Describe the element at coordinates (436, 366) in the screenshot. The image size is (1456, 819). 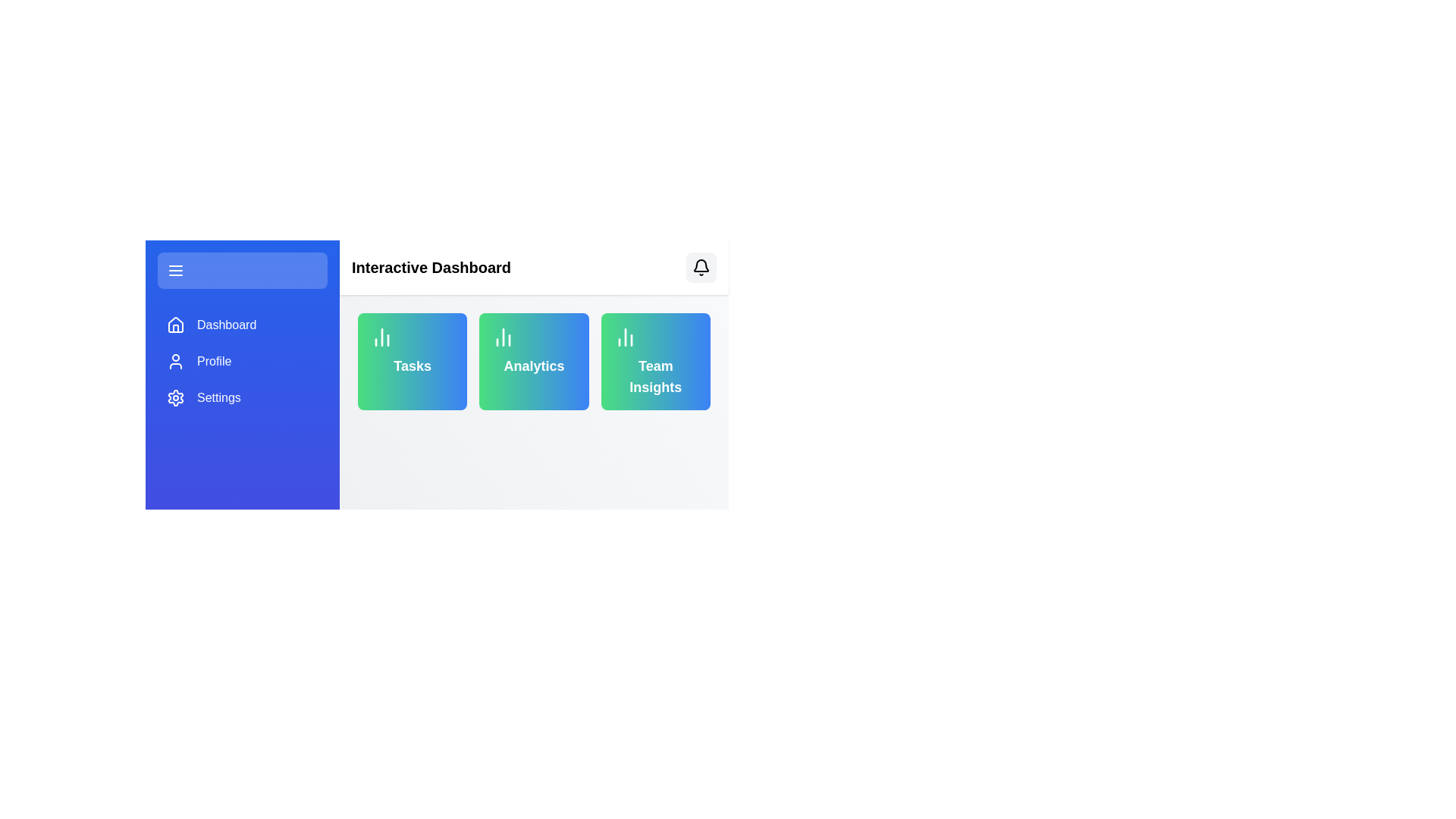
I see `the main user interface section containing navigation buttons, labels, and informational cards to interact with it` at that location.